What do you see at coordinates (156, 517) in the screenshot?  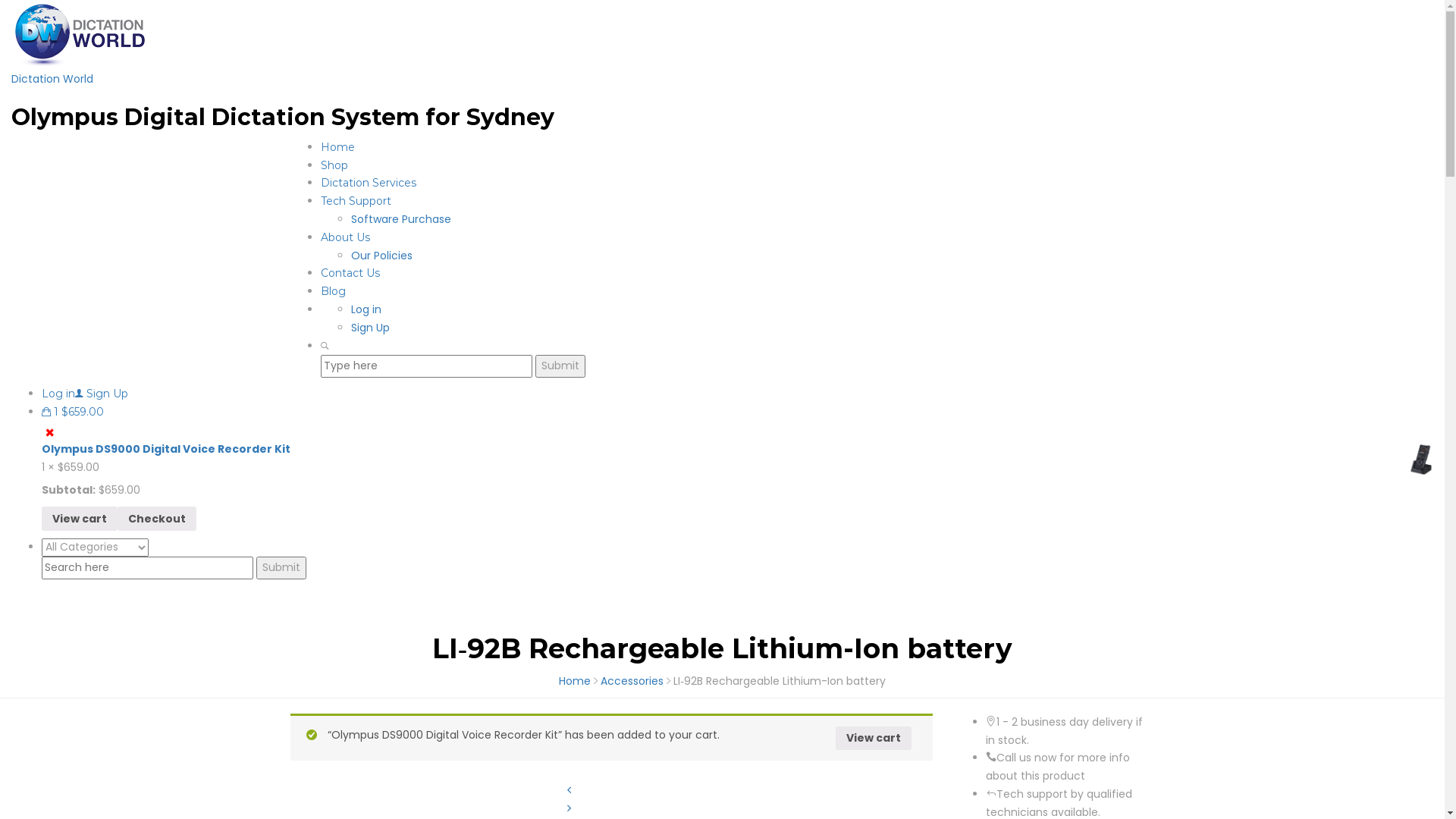 I see `'Checkout'` at bounding box center [156, 517].